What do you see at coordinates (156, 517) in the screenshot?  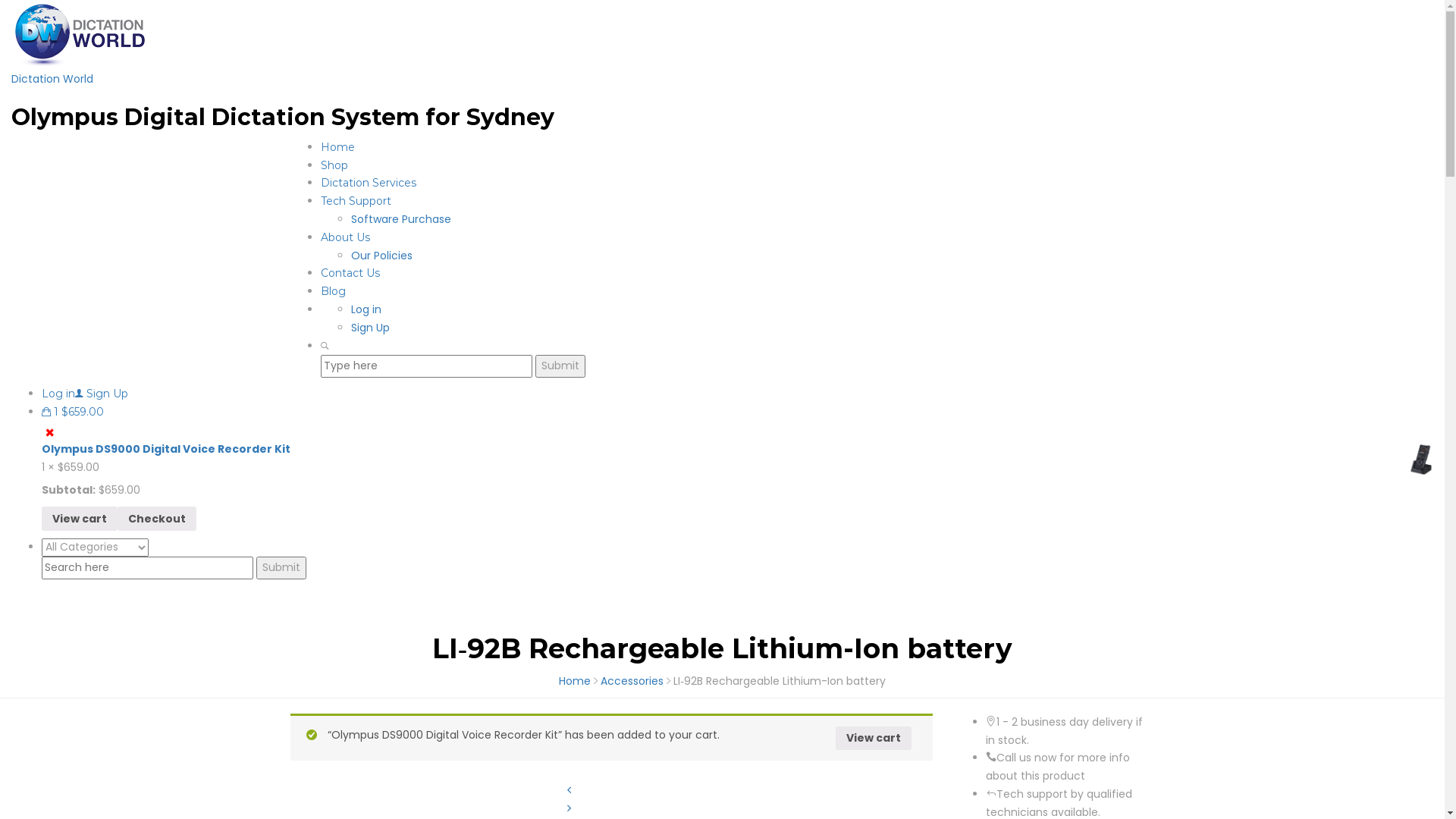 I see `'Checkout'` at bounding box center [156, 517].